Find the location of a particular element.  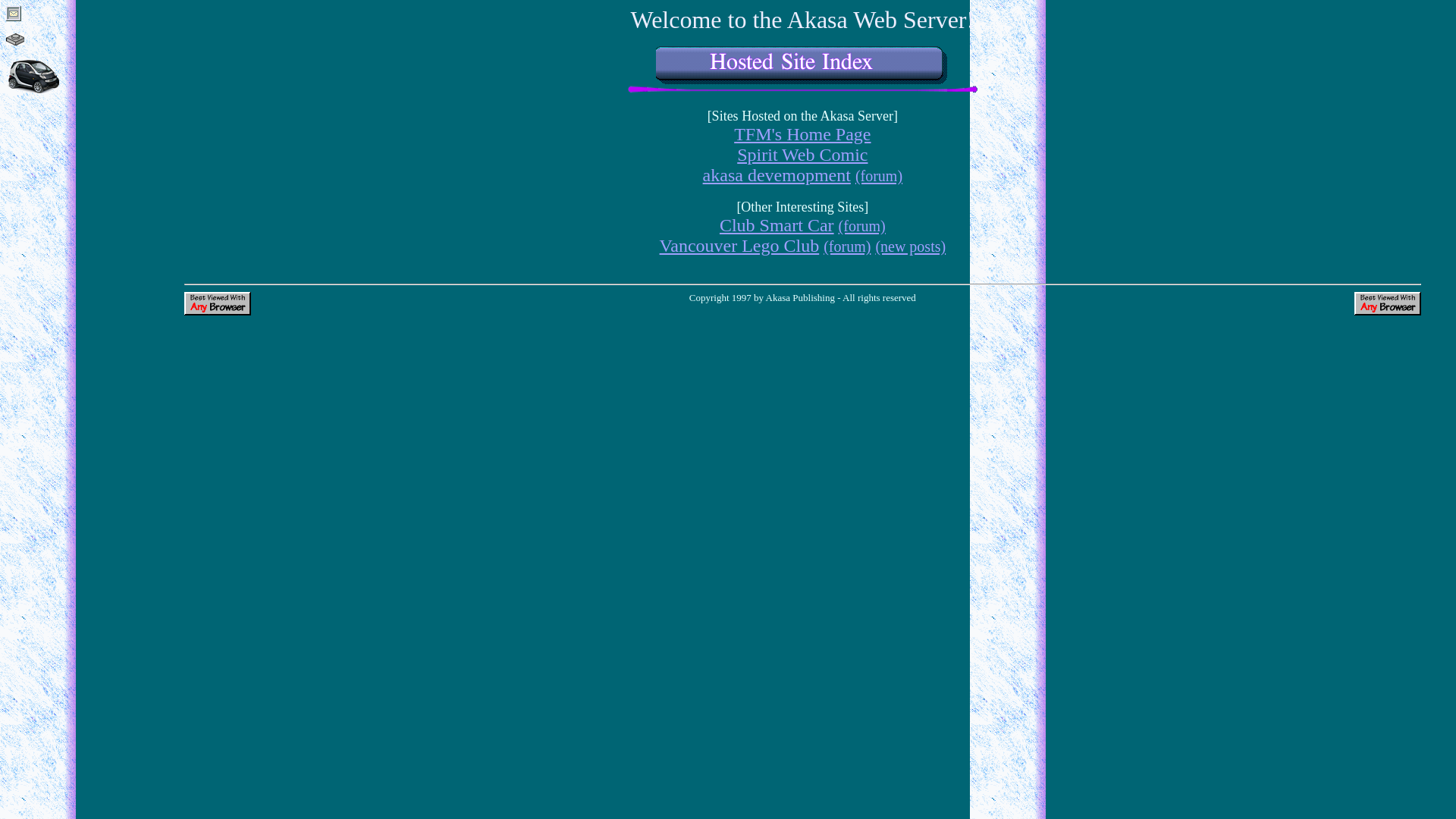

'akasa devemopment' is located at coordinates (777, 174).